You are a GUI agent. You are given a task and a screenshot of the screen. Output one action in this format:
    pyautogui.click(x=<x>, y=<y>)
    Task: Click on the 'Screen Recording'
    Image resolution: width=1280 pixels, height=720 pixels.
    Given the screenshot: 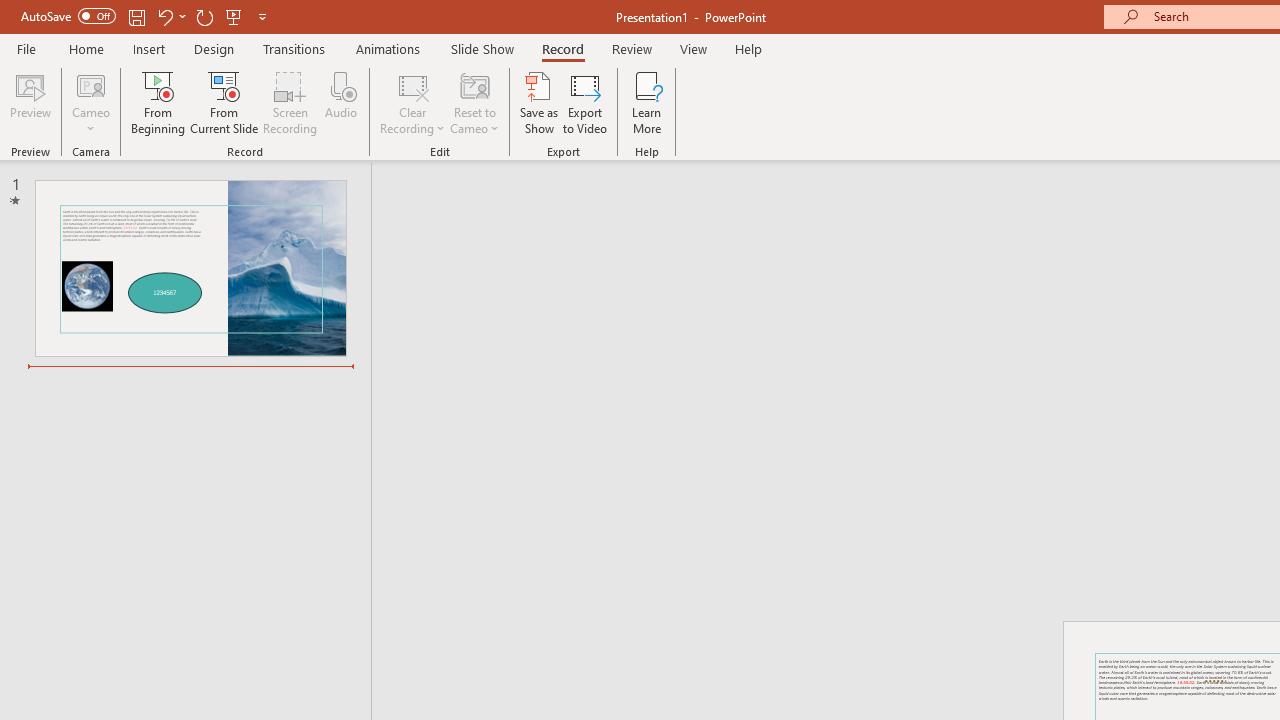 What is the action you would take?
    pyautogui.click(x=289, y=103)
    